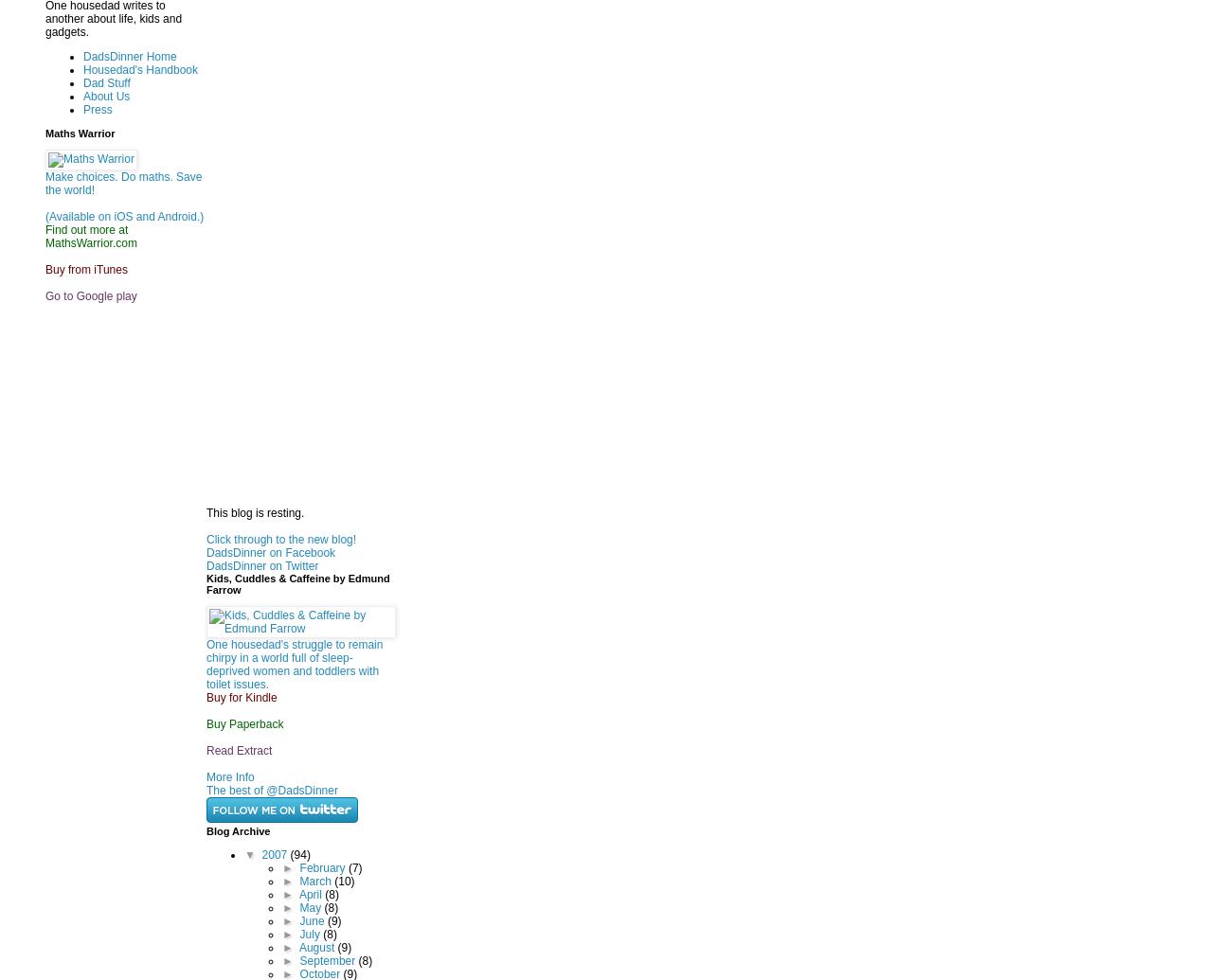  Describe the element at coordinates (298, 880) in the screenshot. I see `'March'` at that location.